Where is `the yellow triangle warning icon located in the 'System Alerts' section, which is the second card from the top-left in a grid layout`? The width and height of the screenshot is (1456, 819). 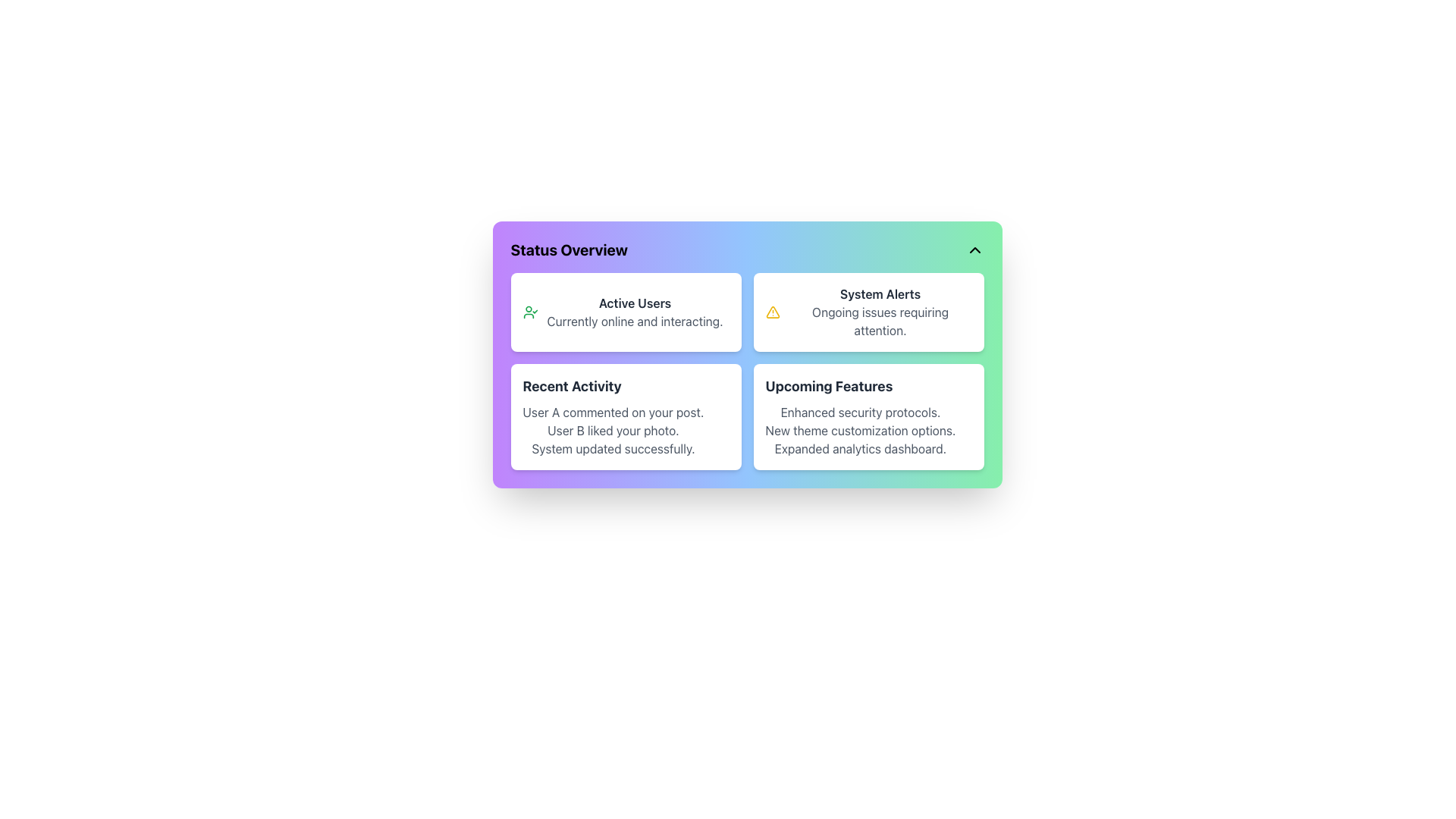 the yellow triangle warning icon located in the 'System Alerts' section, which is the second card from the top-left in a grid layout is located at coordinates (772, 312).